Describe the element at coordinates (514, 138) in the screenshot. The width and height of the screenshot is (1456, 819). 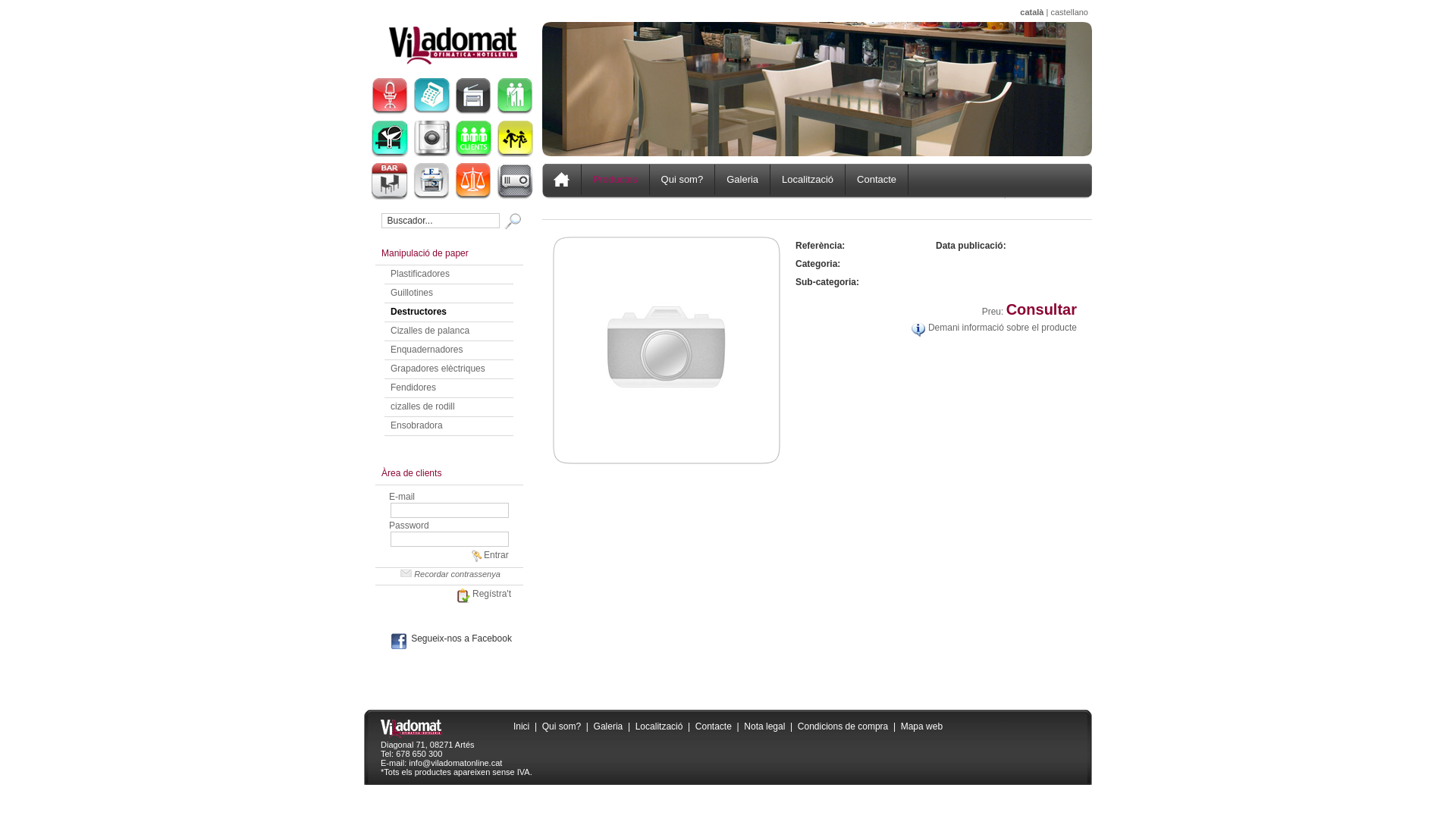
I see `'Mobiliari escolar'` at that location.